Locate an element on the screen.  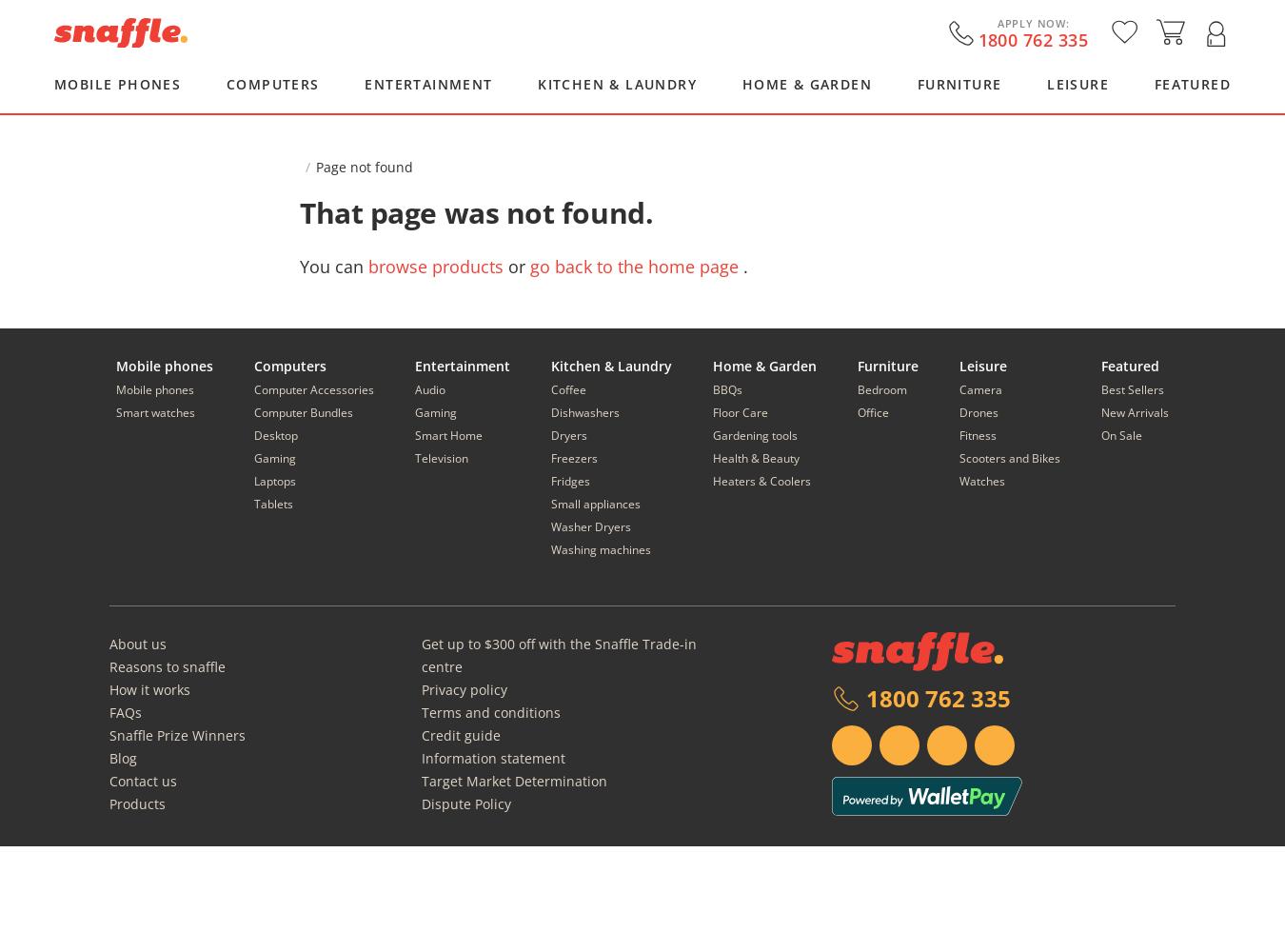
'Computers' is located at coordinates (288, 366).